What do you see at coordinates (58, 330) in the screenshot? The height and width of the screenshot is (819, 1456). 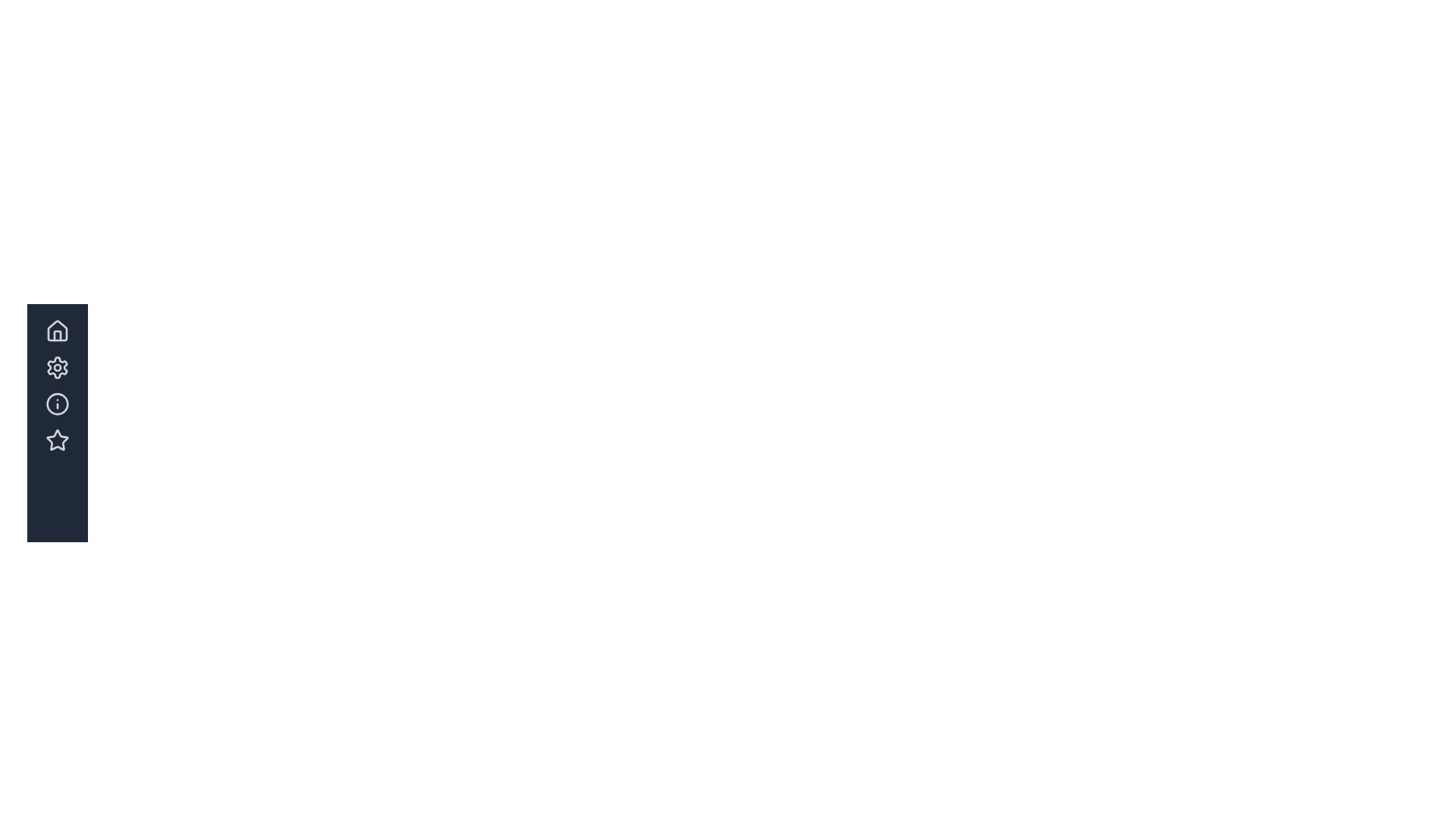 I see `the gray house icon located at the top of the sidebar menu` at bounding box center [58, 330].